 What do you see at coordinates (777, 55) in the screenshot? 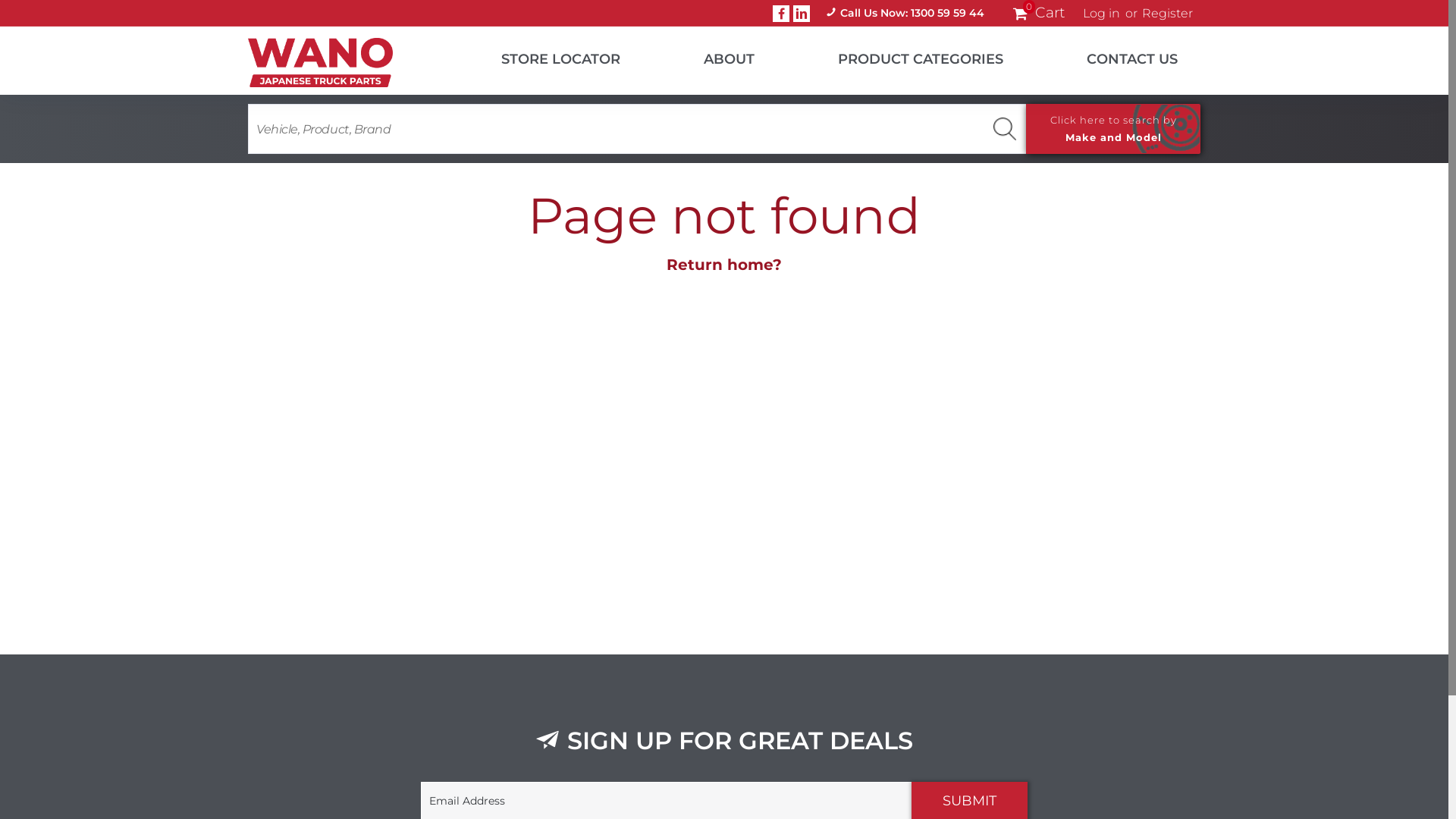
I see `'PRODUCT CATEGORIES'` at bounding box center [777, 55].